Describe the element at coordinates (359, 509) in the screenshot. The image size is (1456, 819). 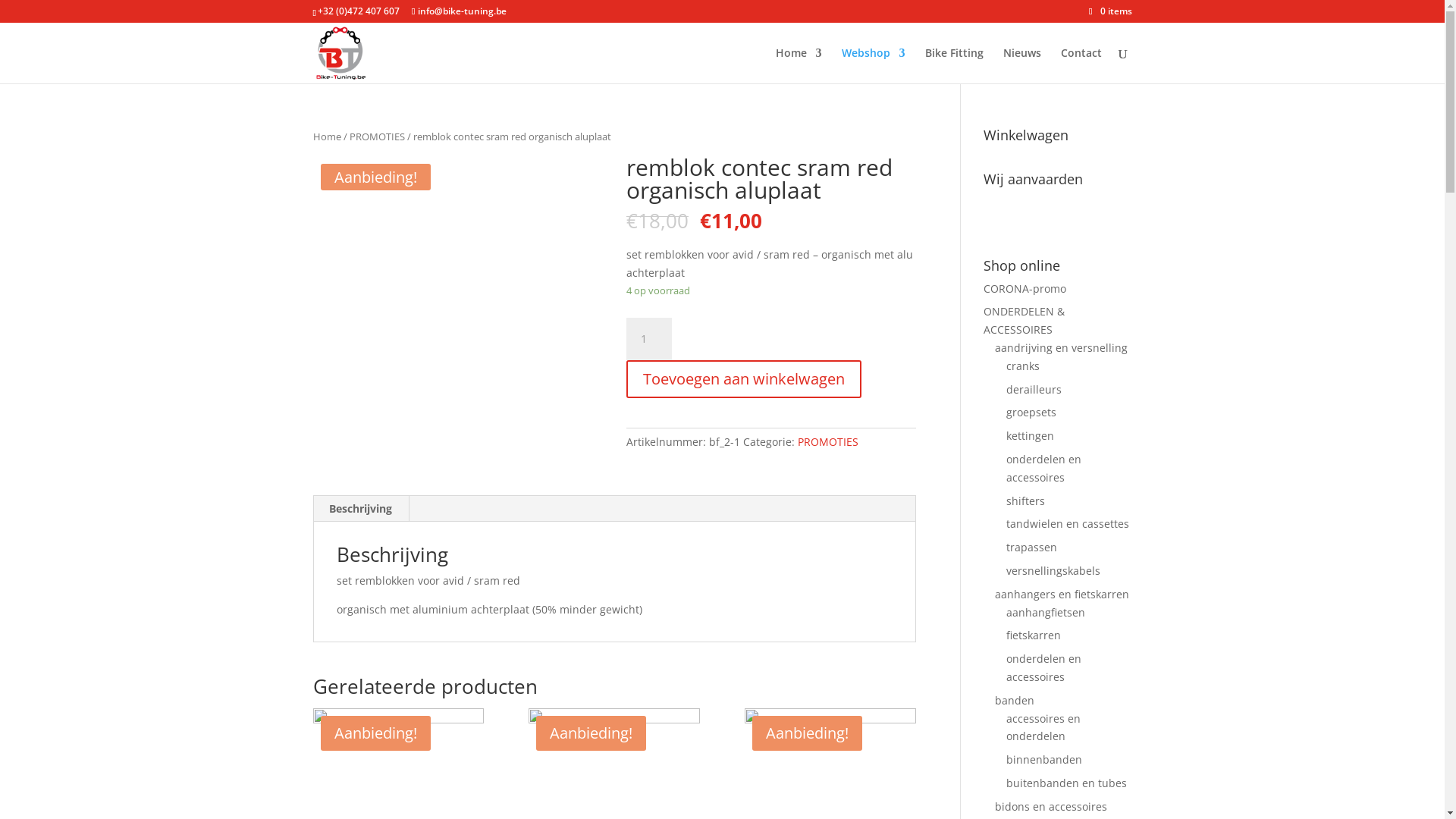
I see `'Beschrijving'` at that location.